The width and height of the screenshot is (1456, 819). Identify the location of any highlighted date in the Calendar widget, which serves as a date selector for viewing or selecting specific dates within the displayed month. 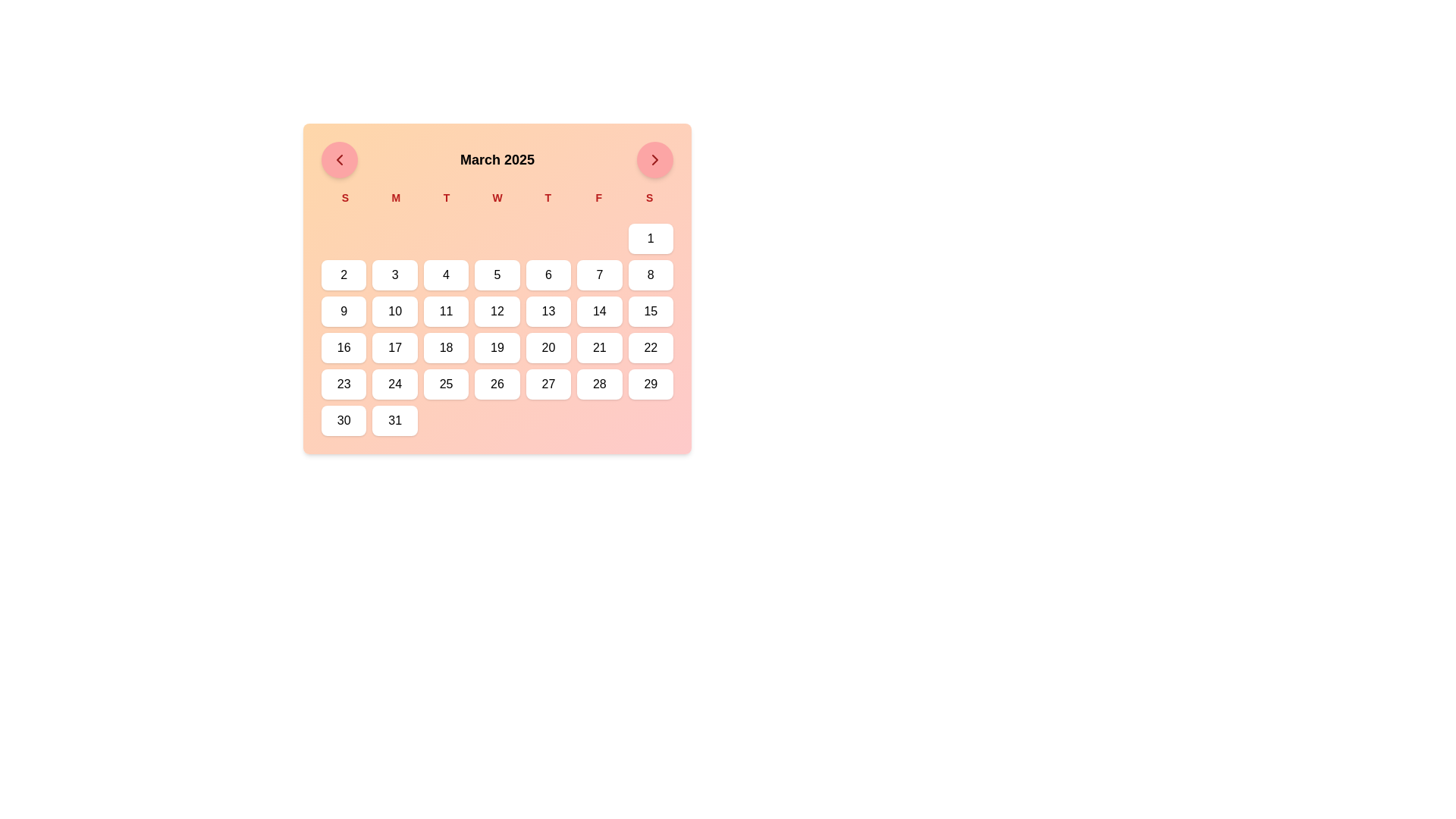
(497, 289).